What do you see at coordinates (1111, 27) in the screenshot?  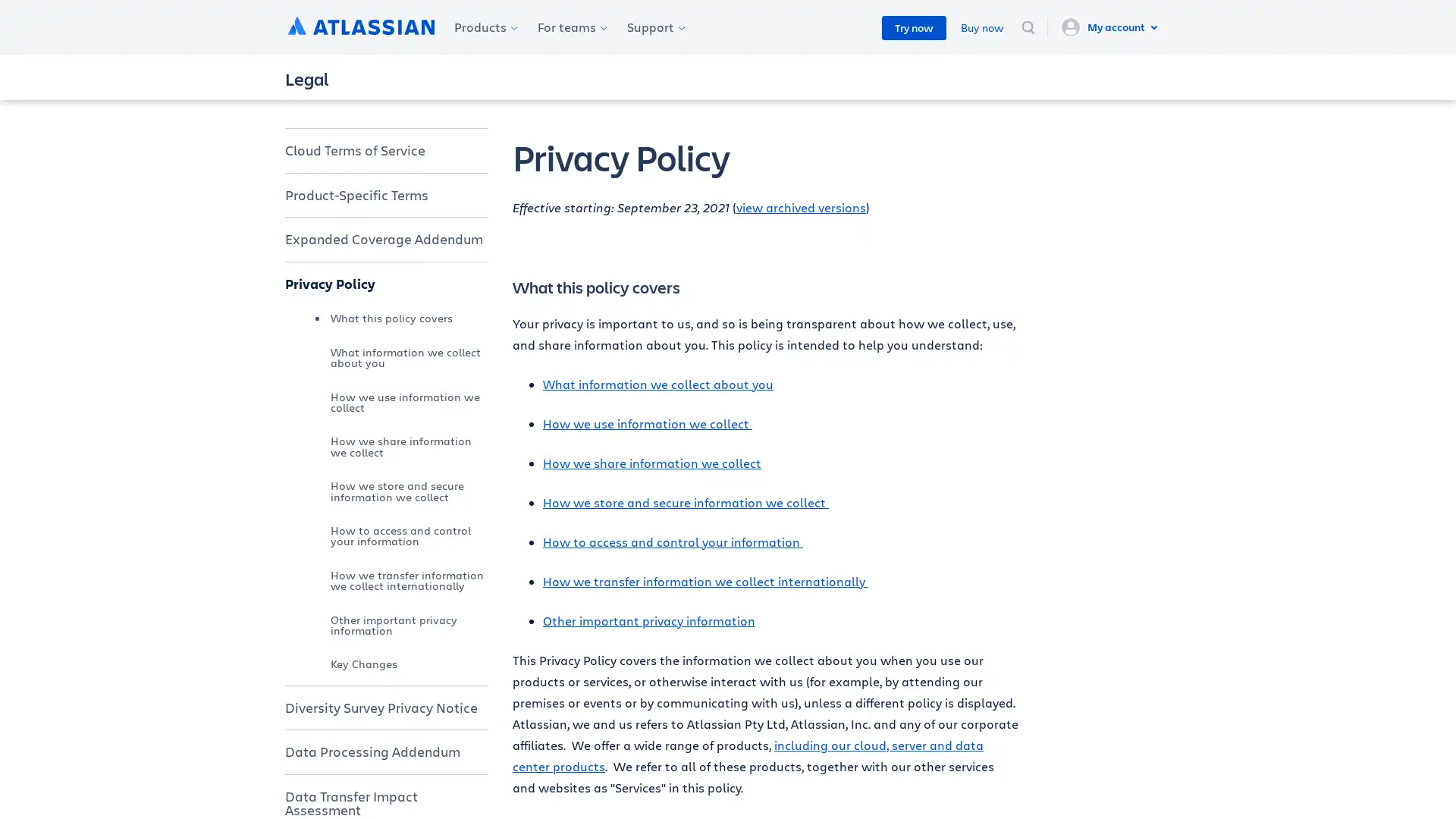 I see `My account open` at bounding box center [1111, 27].